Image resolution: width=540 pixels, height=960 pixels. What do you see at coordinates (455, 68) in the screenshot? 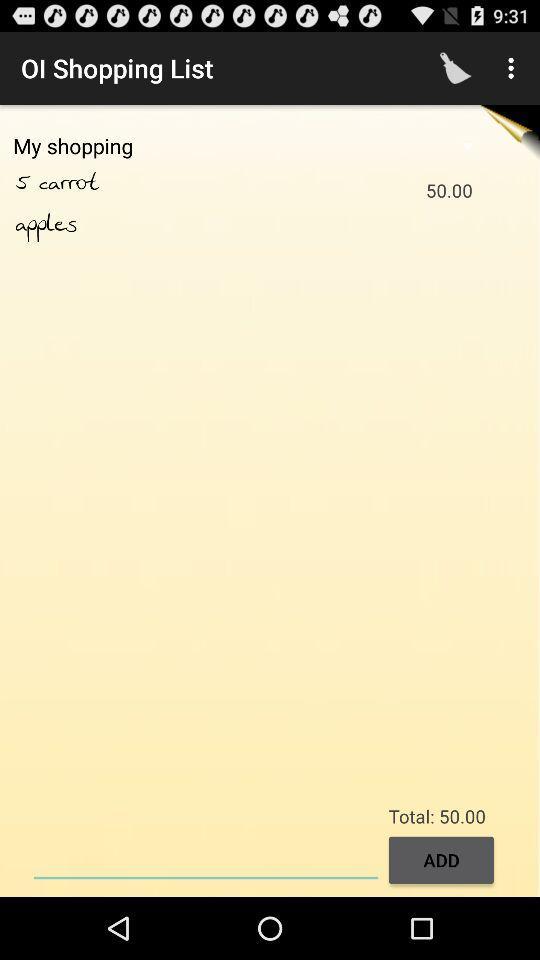
I see `the app above the my shopping item` at bounding box center [455, 68].